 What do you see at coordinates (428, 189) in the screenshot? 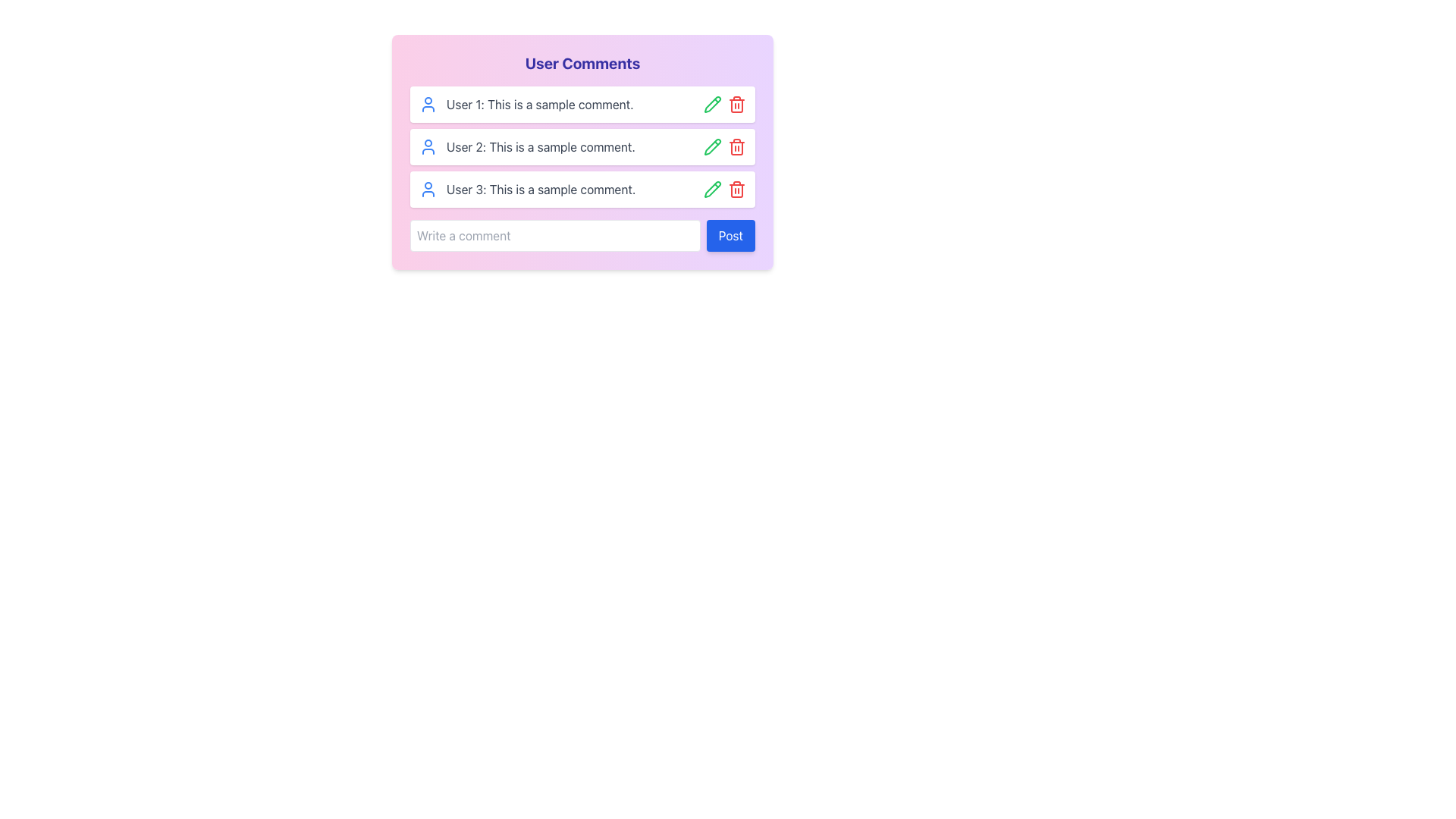
I see `the blue user icon, which features a circular head and a semi-circular body, located at the leftmost side of the third comment block in a vertically stacked list of comments` at bounding box center [428, 189].